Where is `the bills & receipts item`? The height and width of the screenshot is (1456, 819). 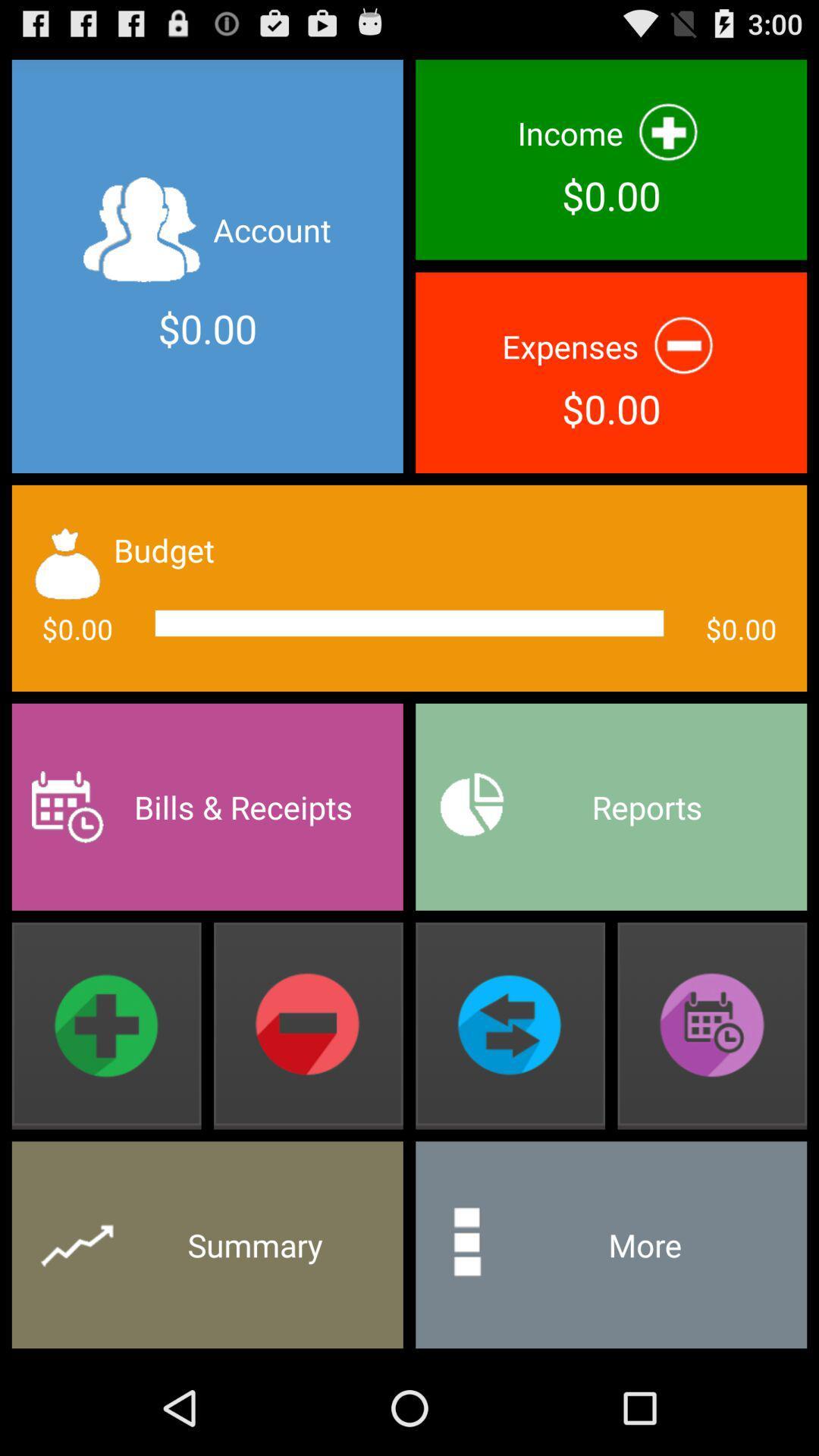
the bills & receipts item is located at coordinates (207, 806).